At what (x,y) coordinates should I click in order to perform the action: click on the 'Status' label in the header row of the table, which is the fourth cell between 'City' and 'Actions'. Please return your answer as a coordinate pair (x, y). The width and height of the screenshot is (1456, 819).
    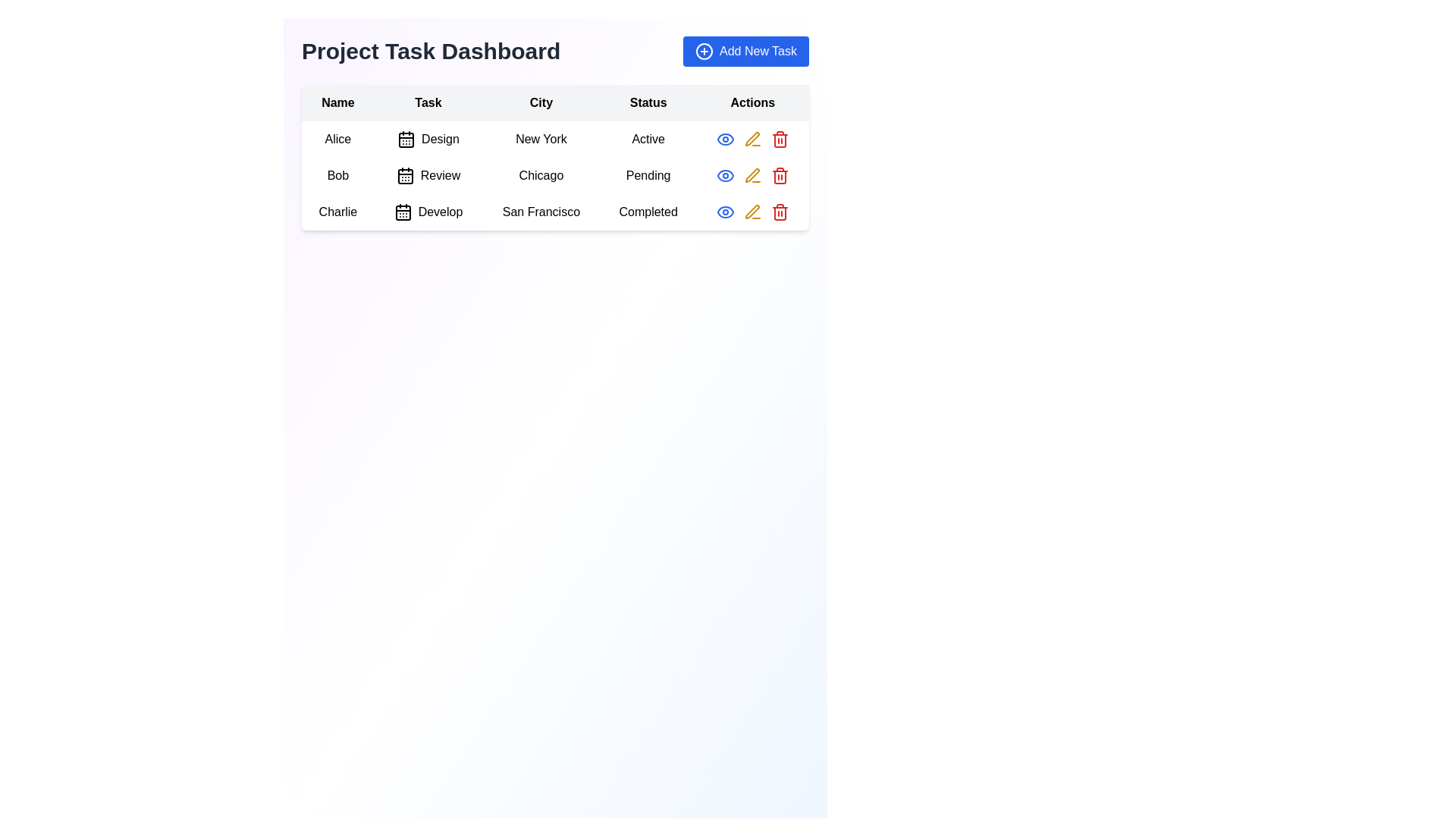
    Looking at the image, I should click on (648, 102).